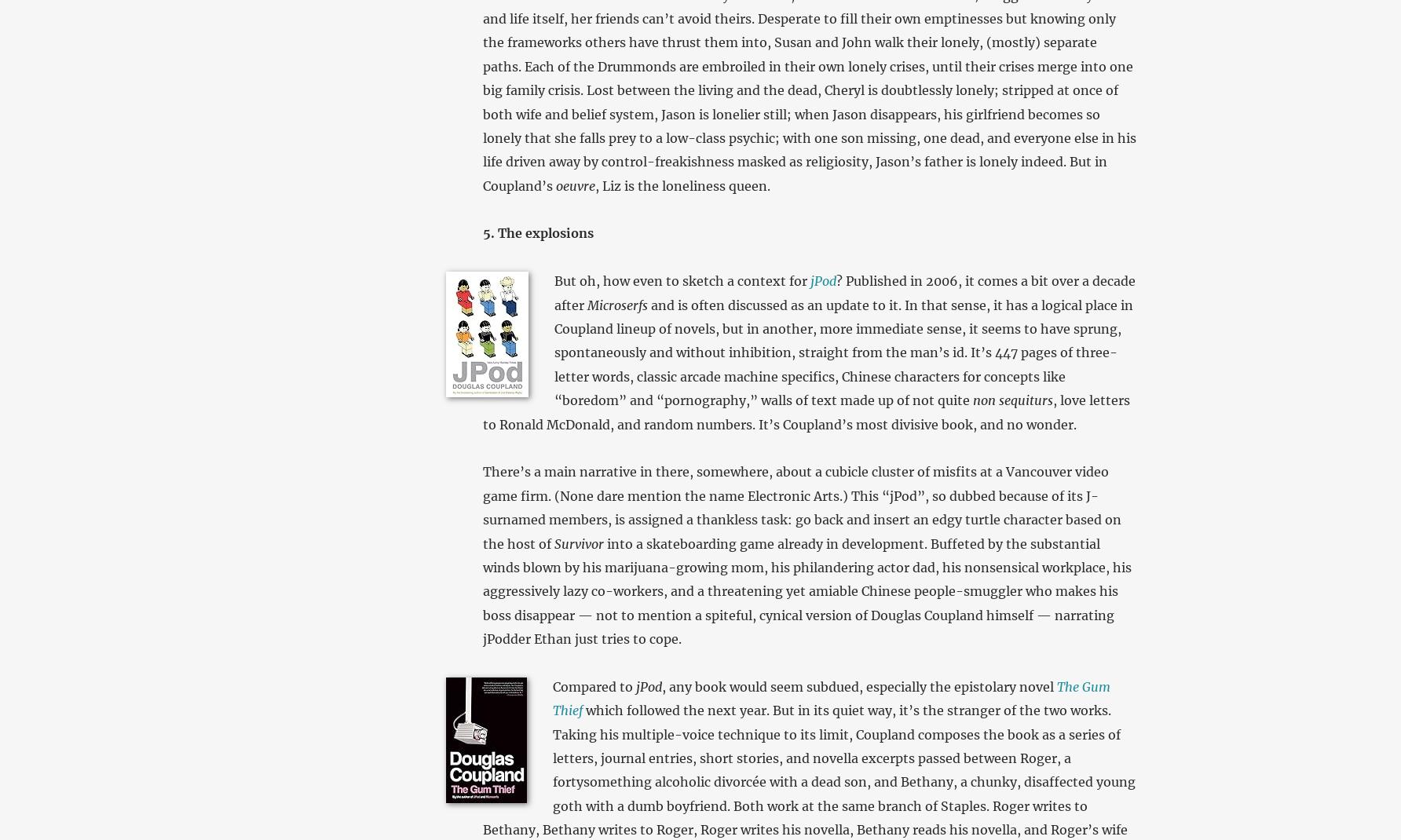  I want to click on 'Survivor', so click(554, 542).